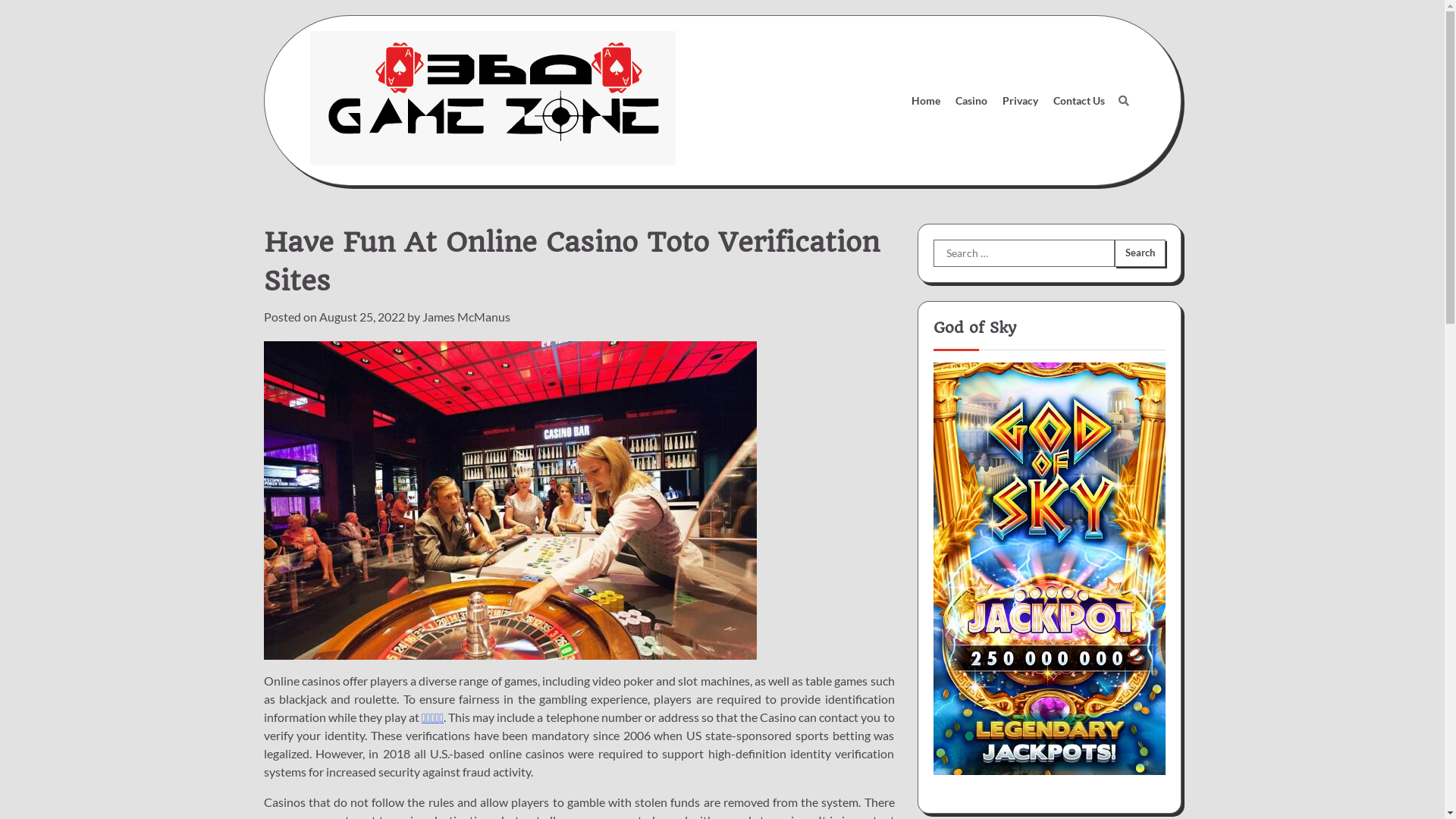  I want to click on 'Contact Us', so click(1043, 100).